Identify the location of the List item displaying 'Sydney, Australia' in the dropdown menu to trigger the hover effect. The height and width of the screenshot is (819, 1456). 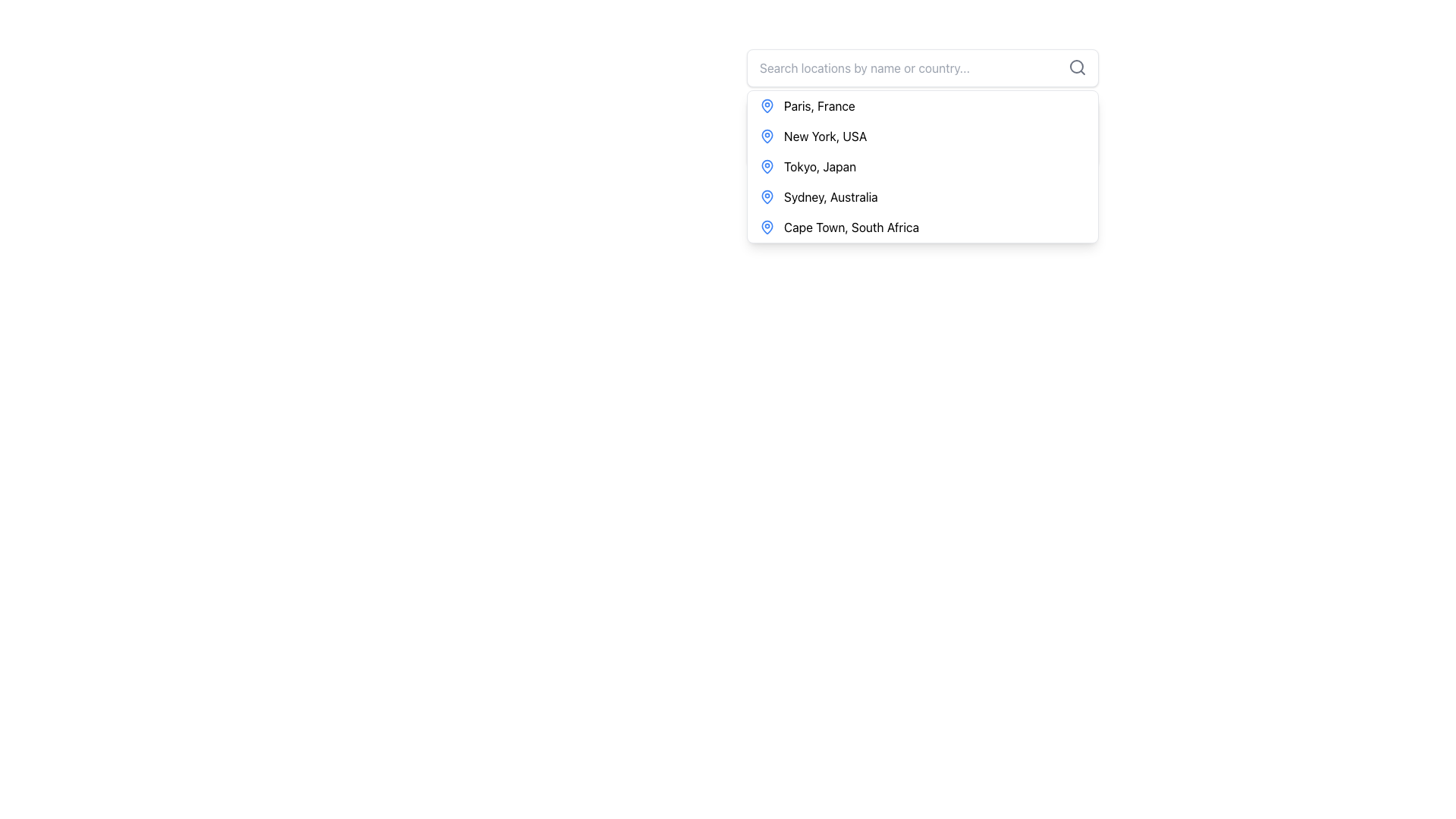
(922, 196).